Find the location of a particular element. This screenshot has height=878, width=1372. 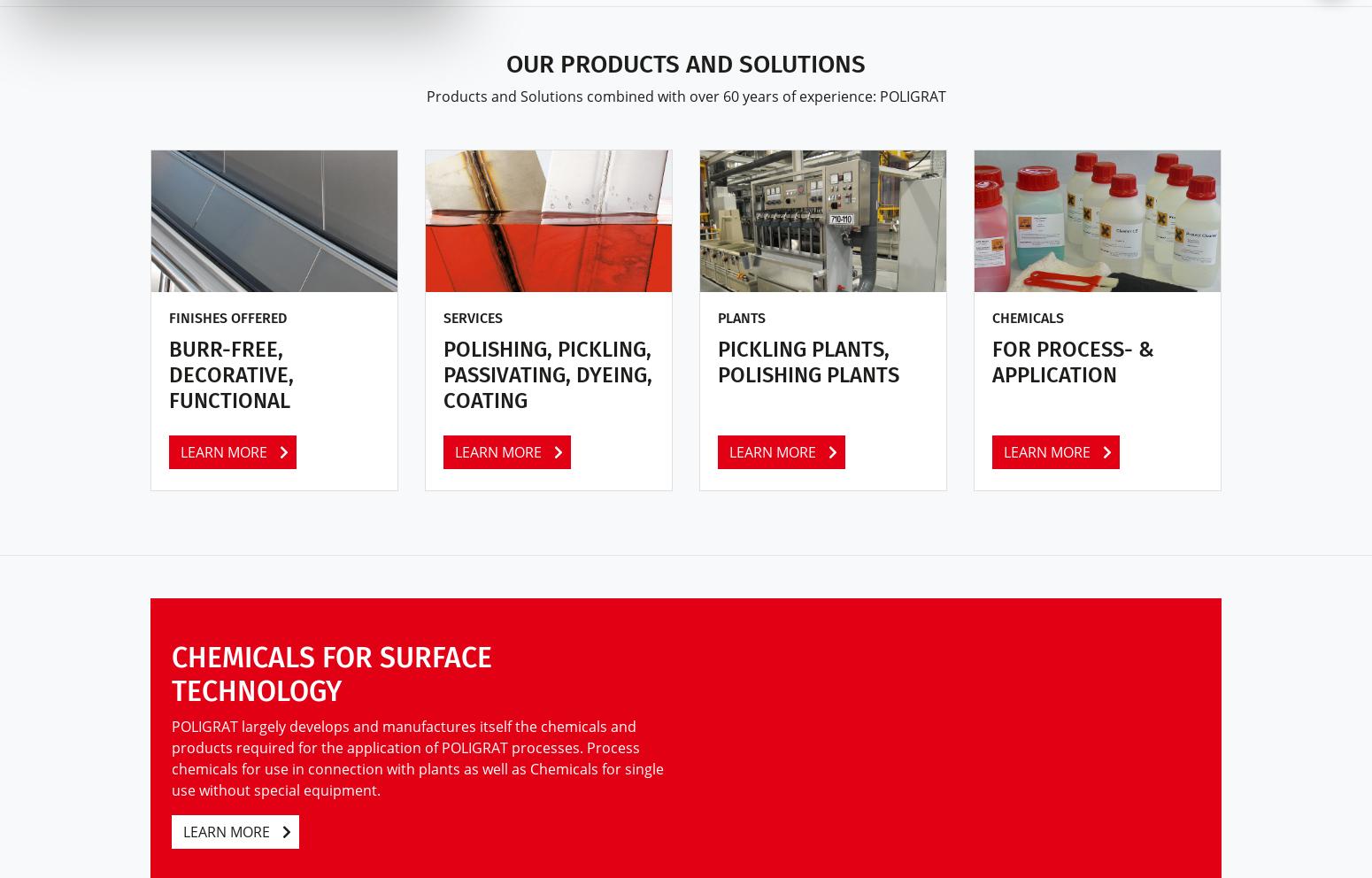

'POLIGRAT largely develops and manufactures itself the chemicals and products required for the application of POLIGRAT processes. Process chemicals for use in connection with plants as well as Chemicals for single use without special equipment.' is located at coordinates (416, 756).